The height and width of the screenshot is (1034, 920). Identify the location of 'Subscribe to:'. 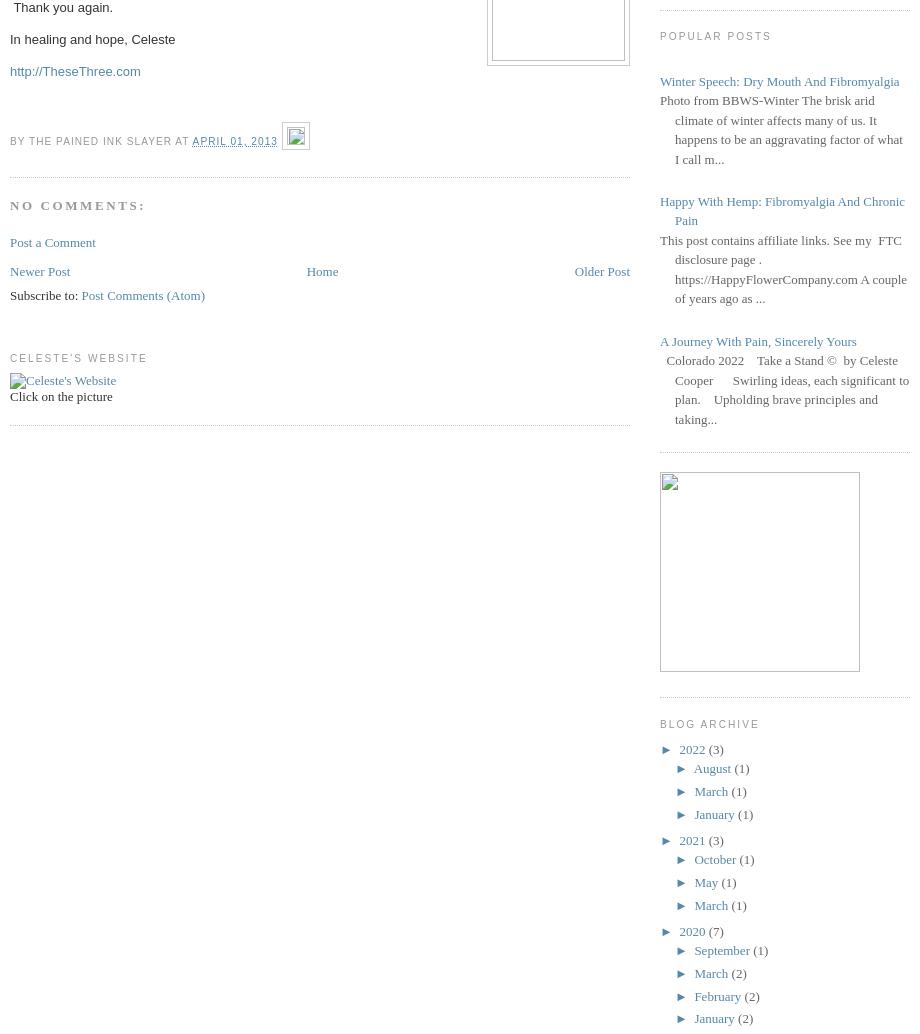
(45, 294).